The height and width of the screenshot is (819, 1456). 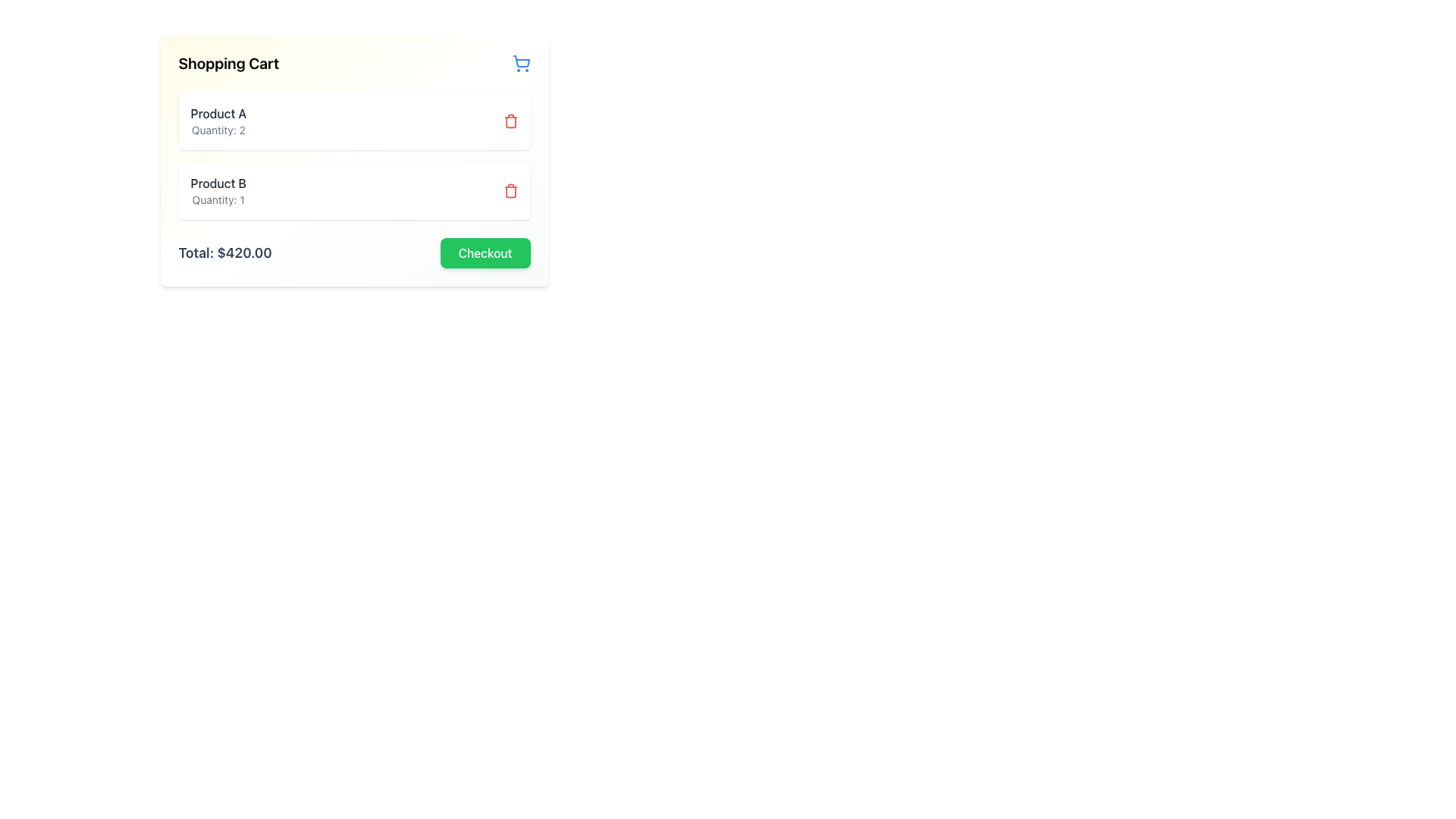 What do you see at coordinates (510, 190) in the screenshot?
I see `the red-colored trash can icon for 'Product B' to possibly reveal additional information` at bounding box center [510, 190].